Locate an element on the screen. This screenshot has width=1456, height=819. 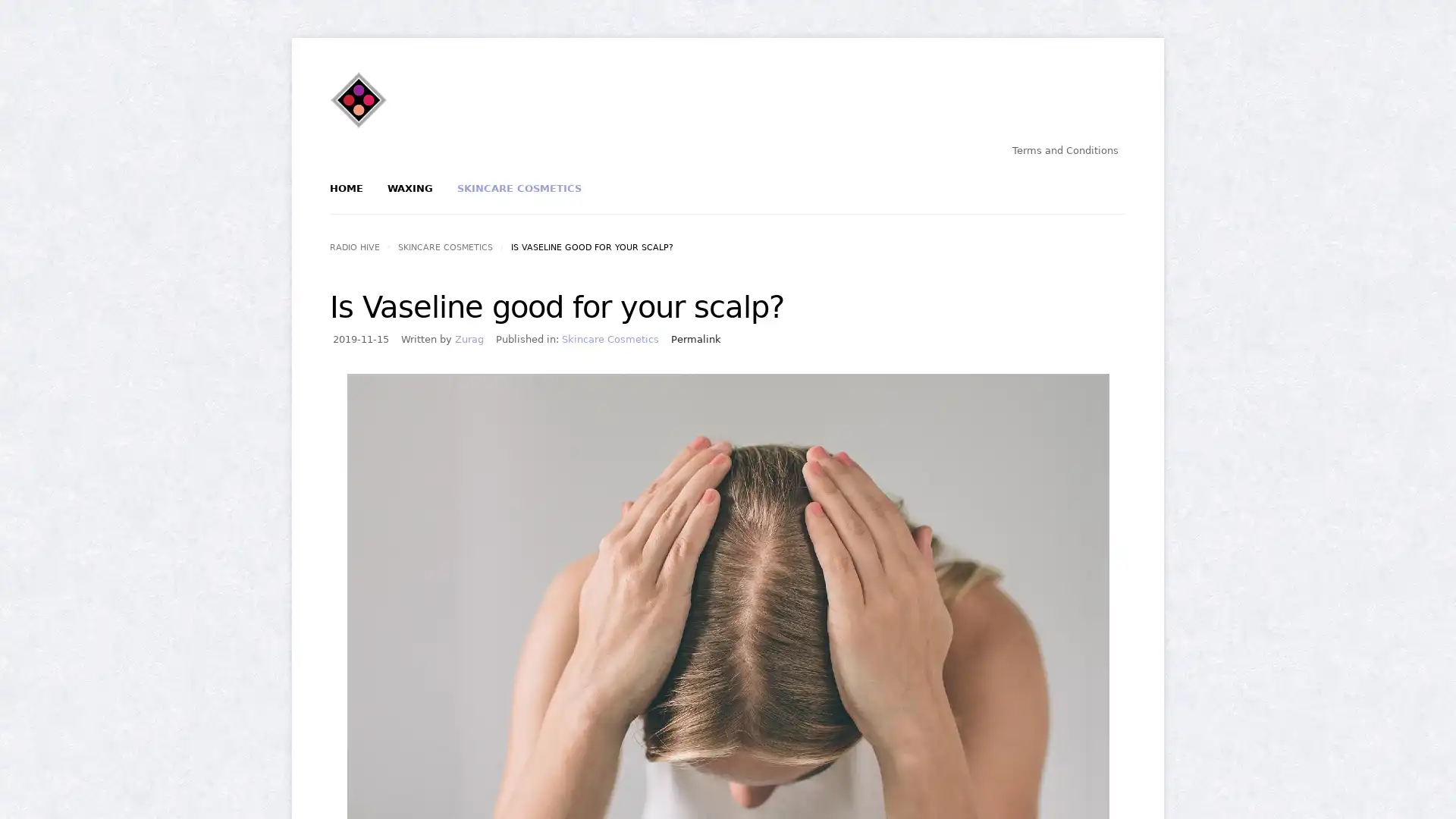
Log In is located at coordinates (674, 256).